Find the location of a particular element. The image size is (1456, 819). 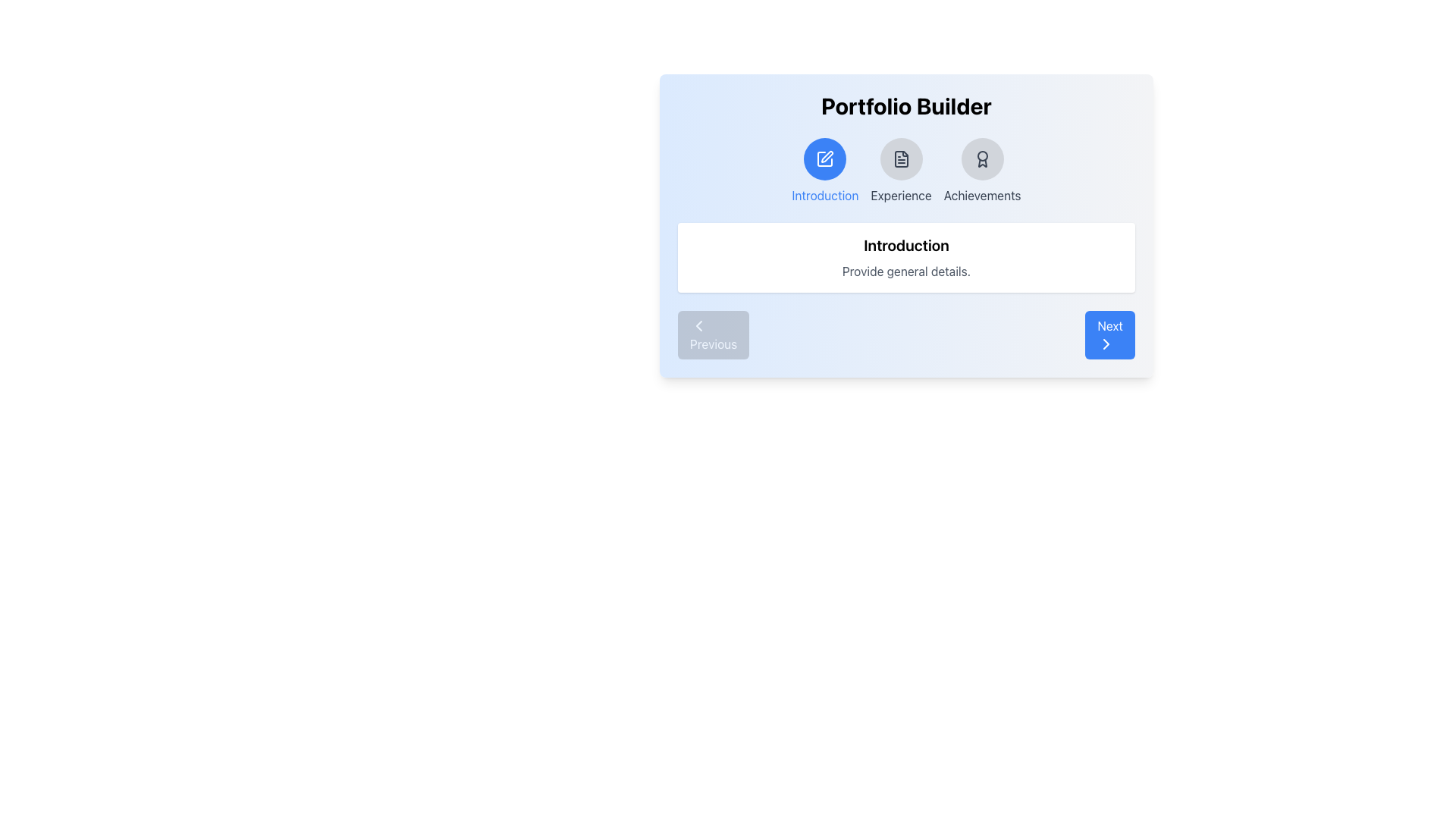

the text label displaying 'Portfolio Builder', which is prominently placed at the top-center of the panel and visually distinct due to its large, bold font style is located at coordinates (906, 105).